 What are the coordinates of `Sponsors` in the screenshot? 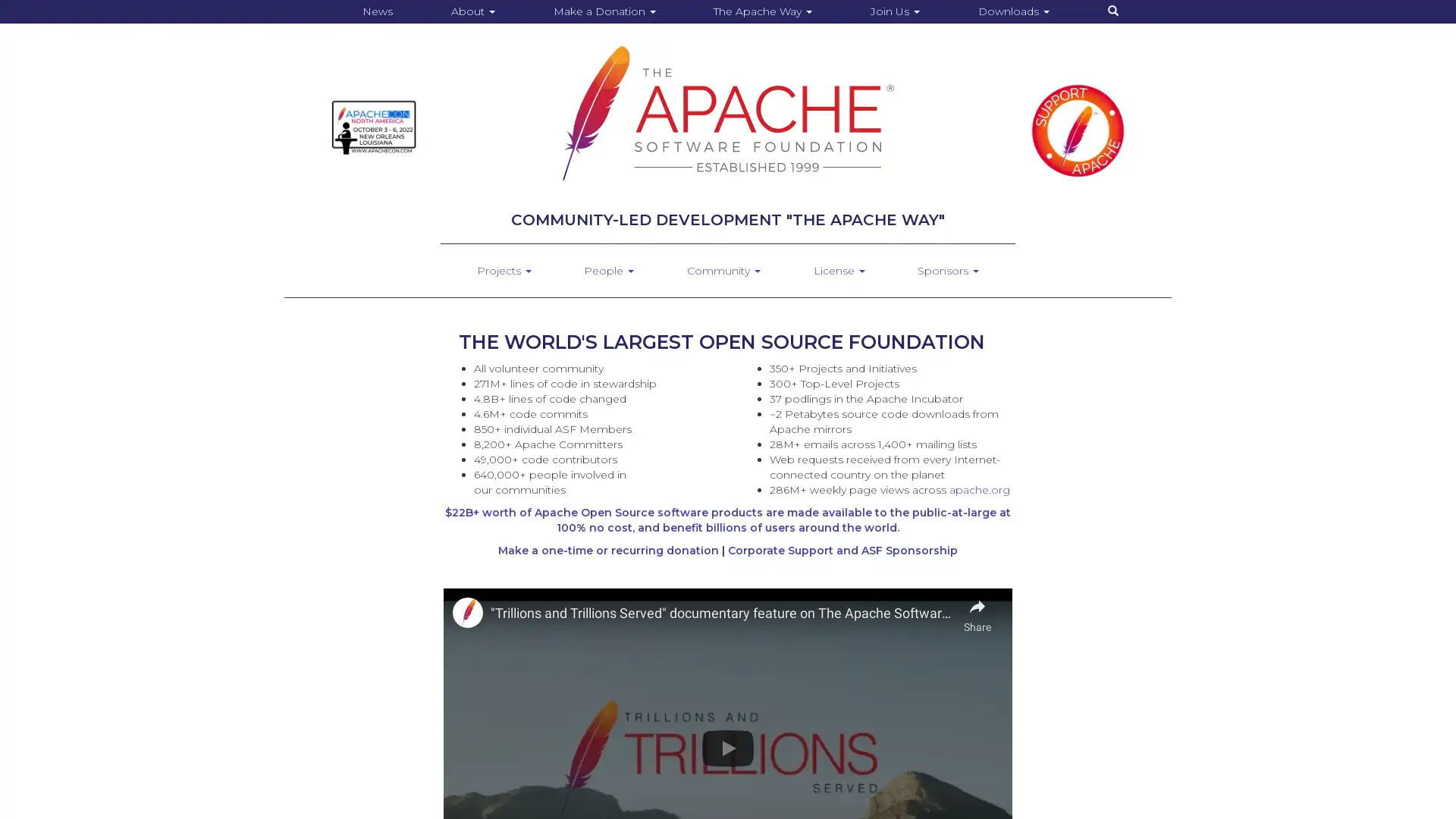 It's located at (947, 270).